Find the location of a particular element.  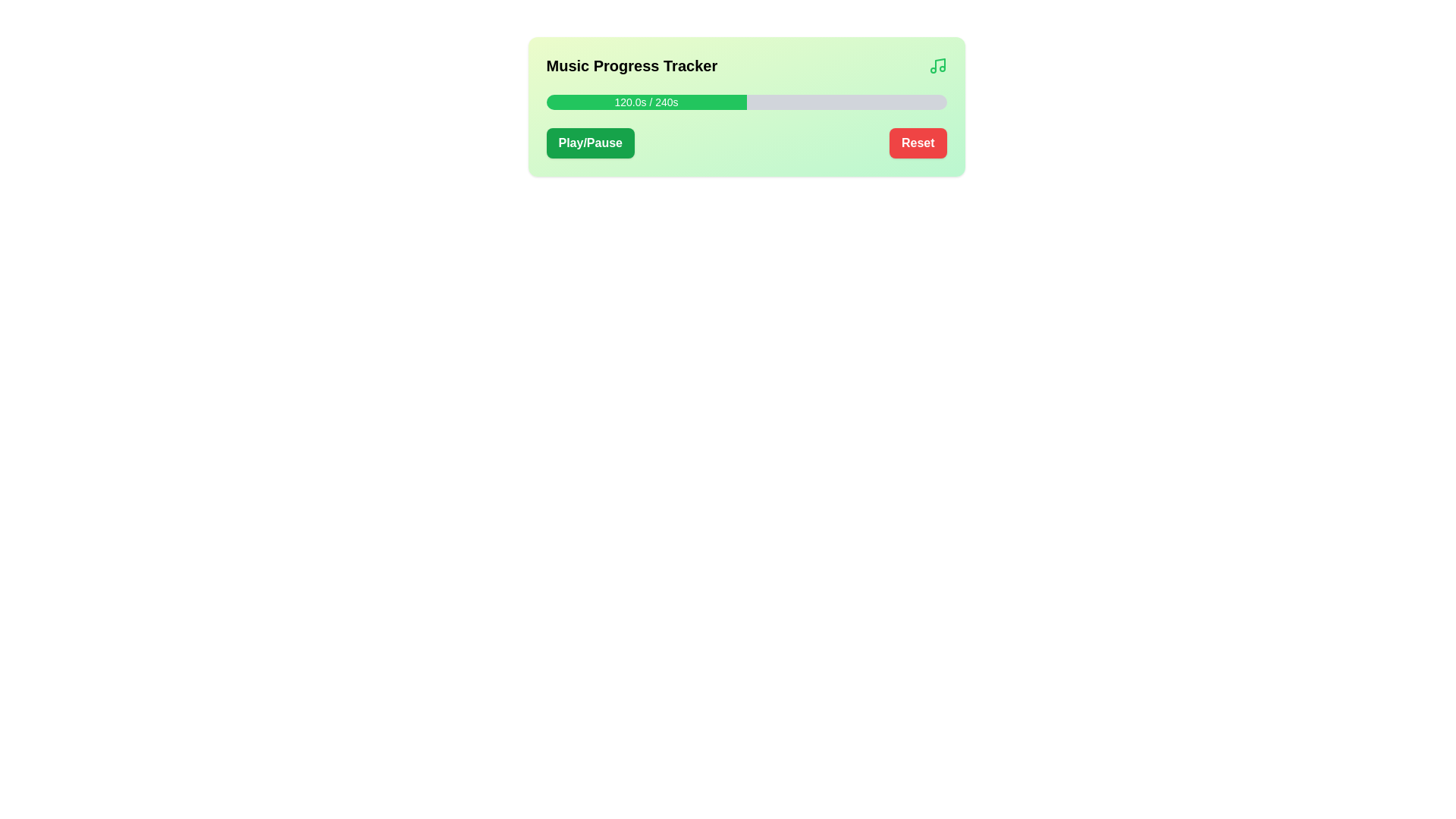

the progress bar that is visually represented with rounded ends, filled halfway with green on the left side and gray on the right, located between the title 'Music Progress Tracker' and the buttons 'Play/Pause' and 'Reset' is located at coordinates (746, 102).